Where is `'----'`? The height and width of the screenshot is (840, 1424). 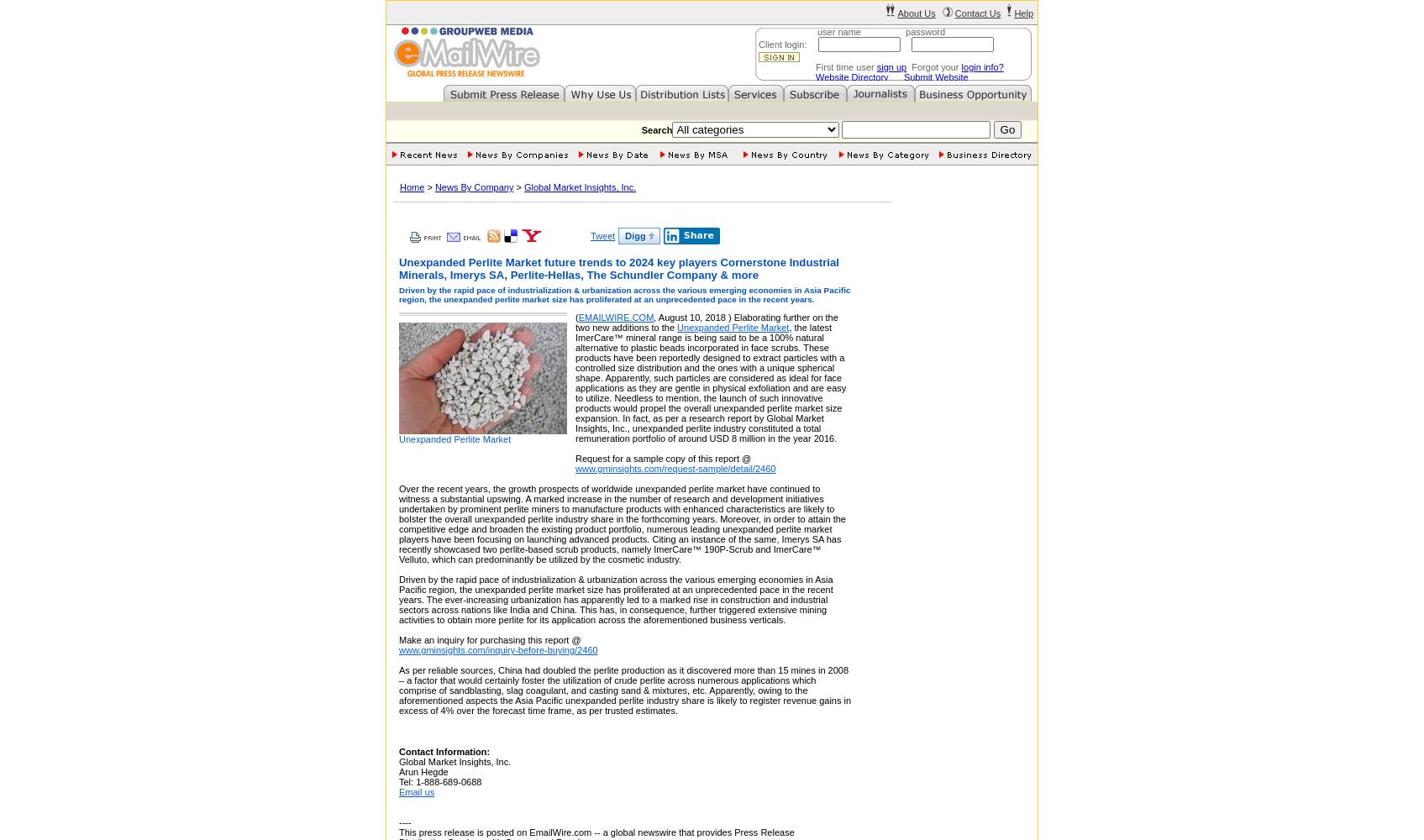
'----' is located at coordinates (404, 822).